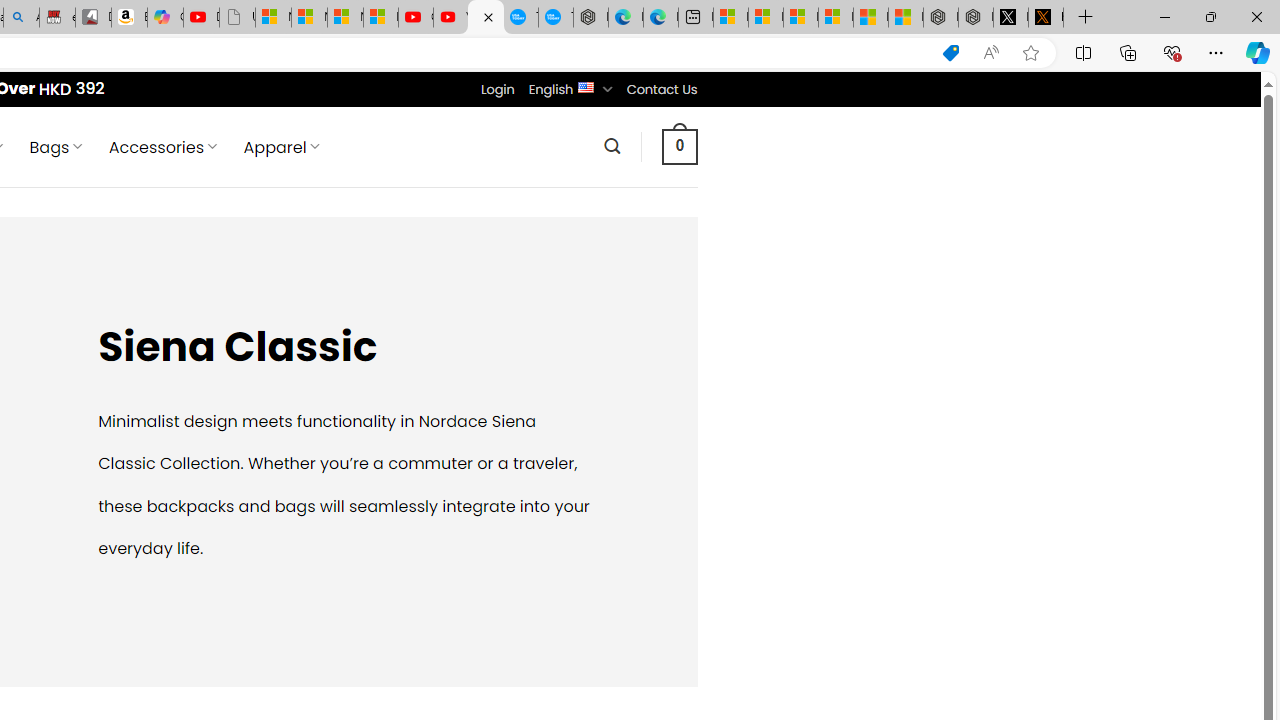 The height and width of the screenshot is (720, 1280). Describe the element at coordinates (450, 17) in the screenshot. I see `'YouTube Kids - An App Created for Kids to Explore Content'` at that location.